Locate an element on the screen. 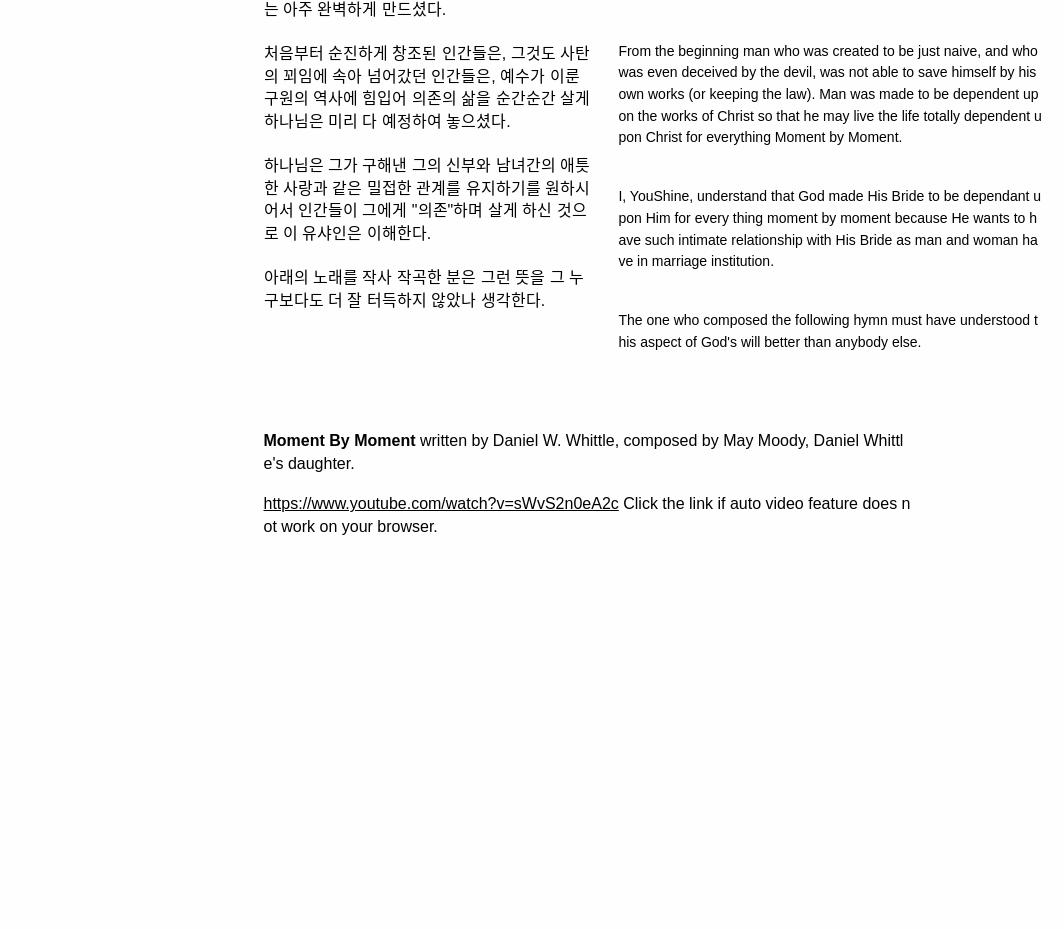  'The one who composed the following hymn must have understood this 		aspect of God's will better than anybody else' is located at coordinates (827, 330).